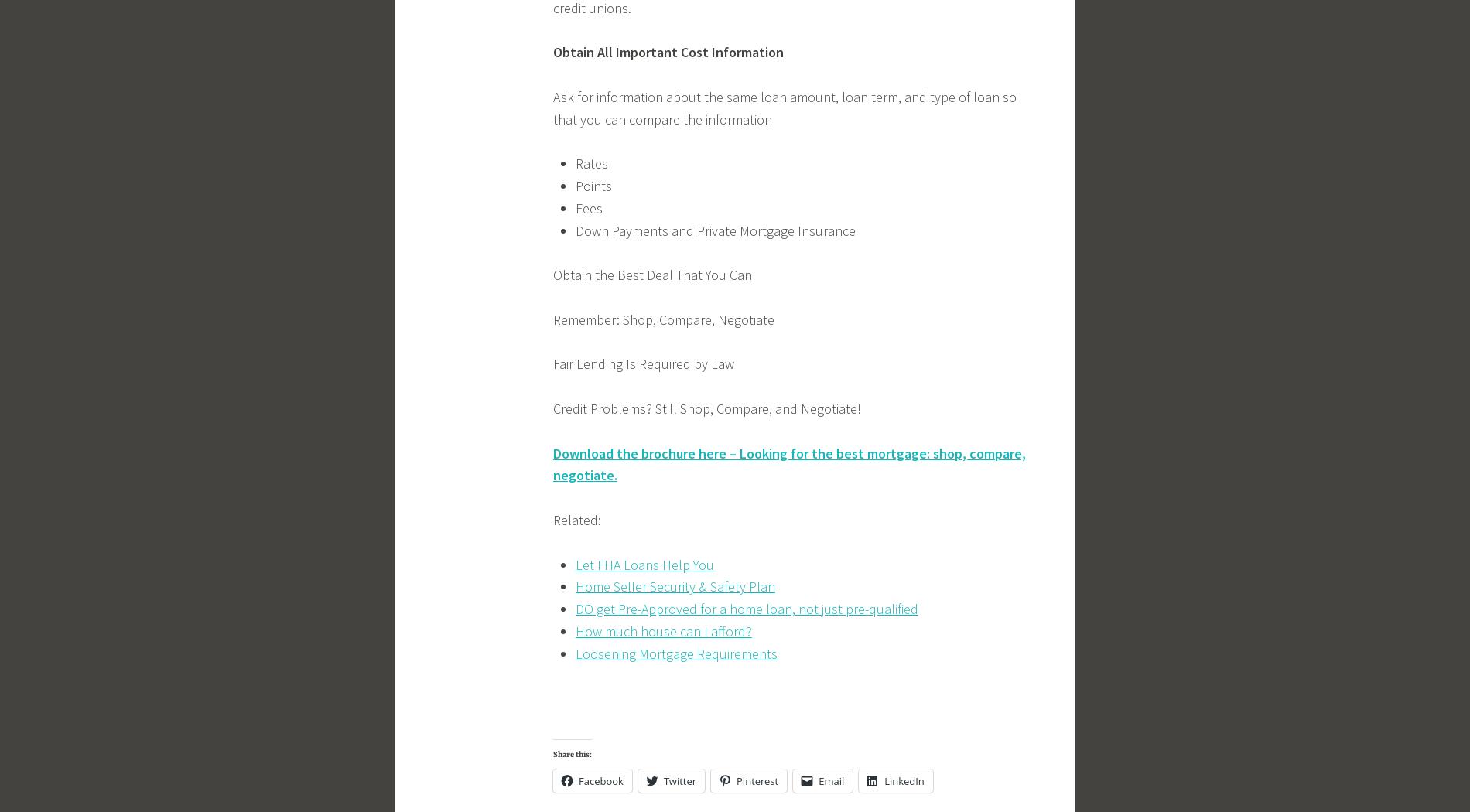 Image resolution: width=1470 pixels, height=812 pixels. I want to click on 'Related:', so click(552, 519).